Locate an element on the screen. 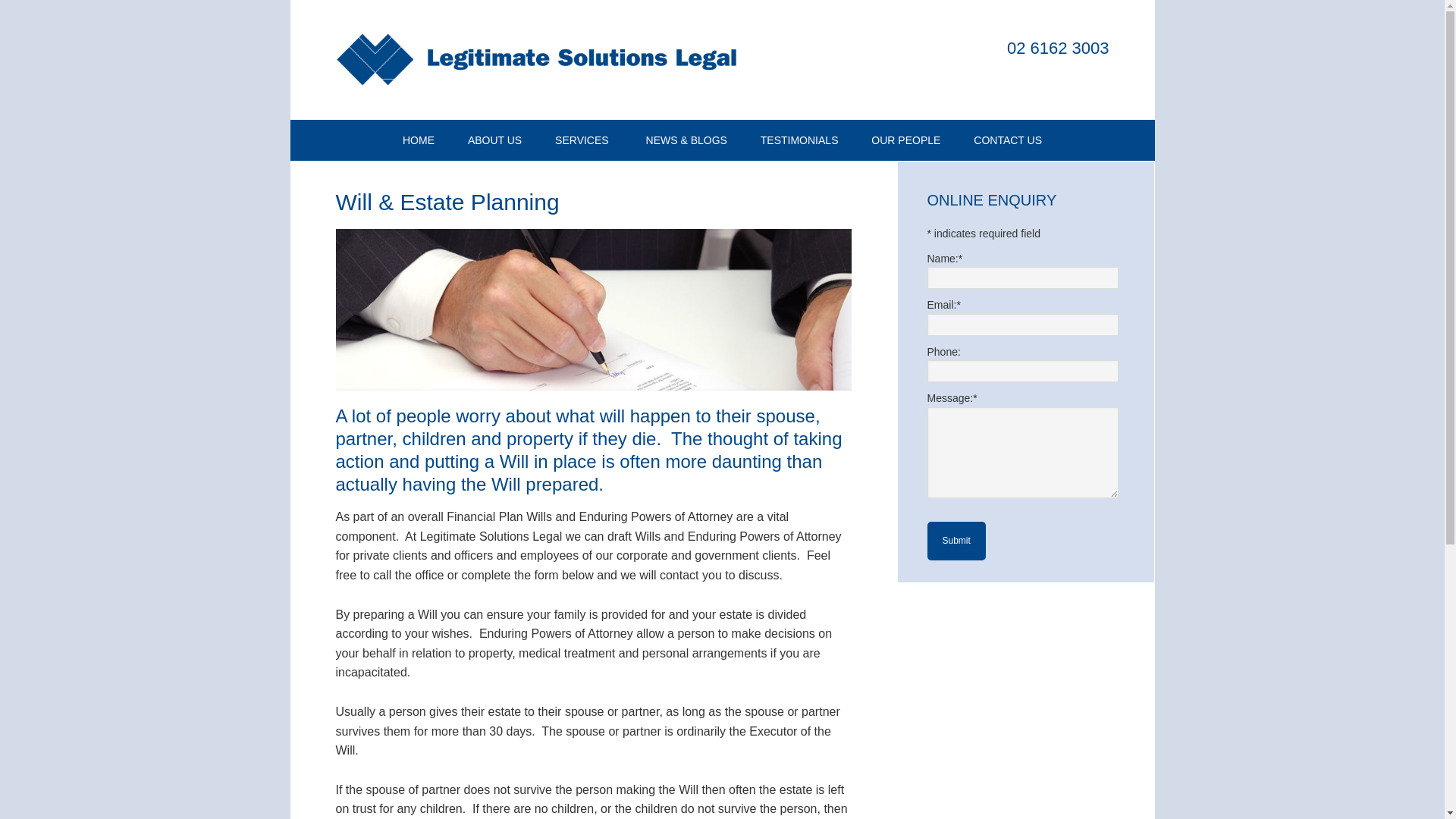 The height and width of the screenshot is (819, 1456). '02 6162 3003' is located at coordinates (1057, 47).